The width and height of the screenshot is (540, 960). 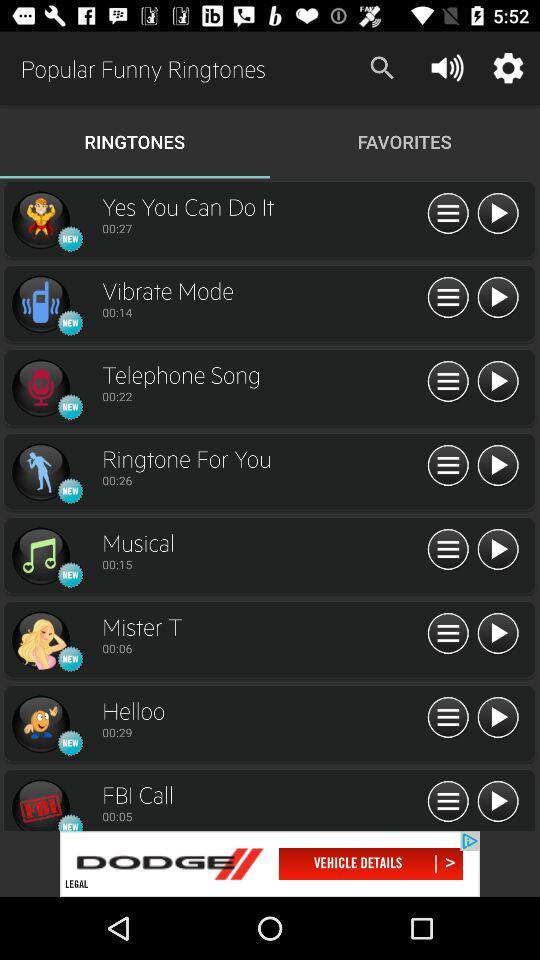 I want to click on more details, so click(x=448, y=297).